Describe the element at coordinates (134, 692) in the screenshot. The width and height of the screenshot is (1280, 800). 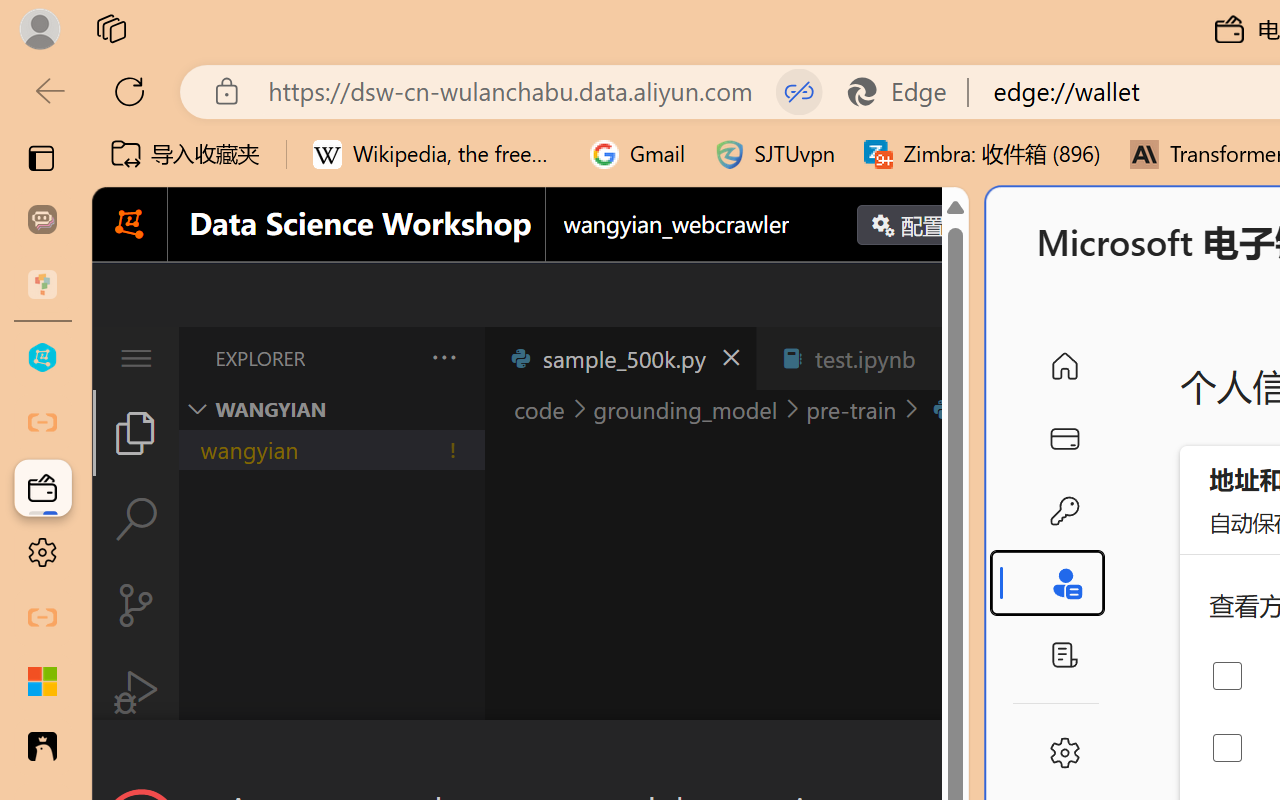
I see `'Run and Debug (Ctrl+Shift+D)'` at that location.